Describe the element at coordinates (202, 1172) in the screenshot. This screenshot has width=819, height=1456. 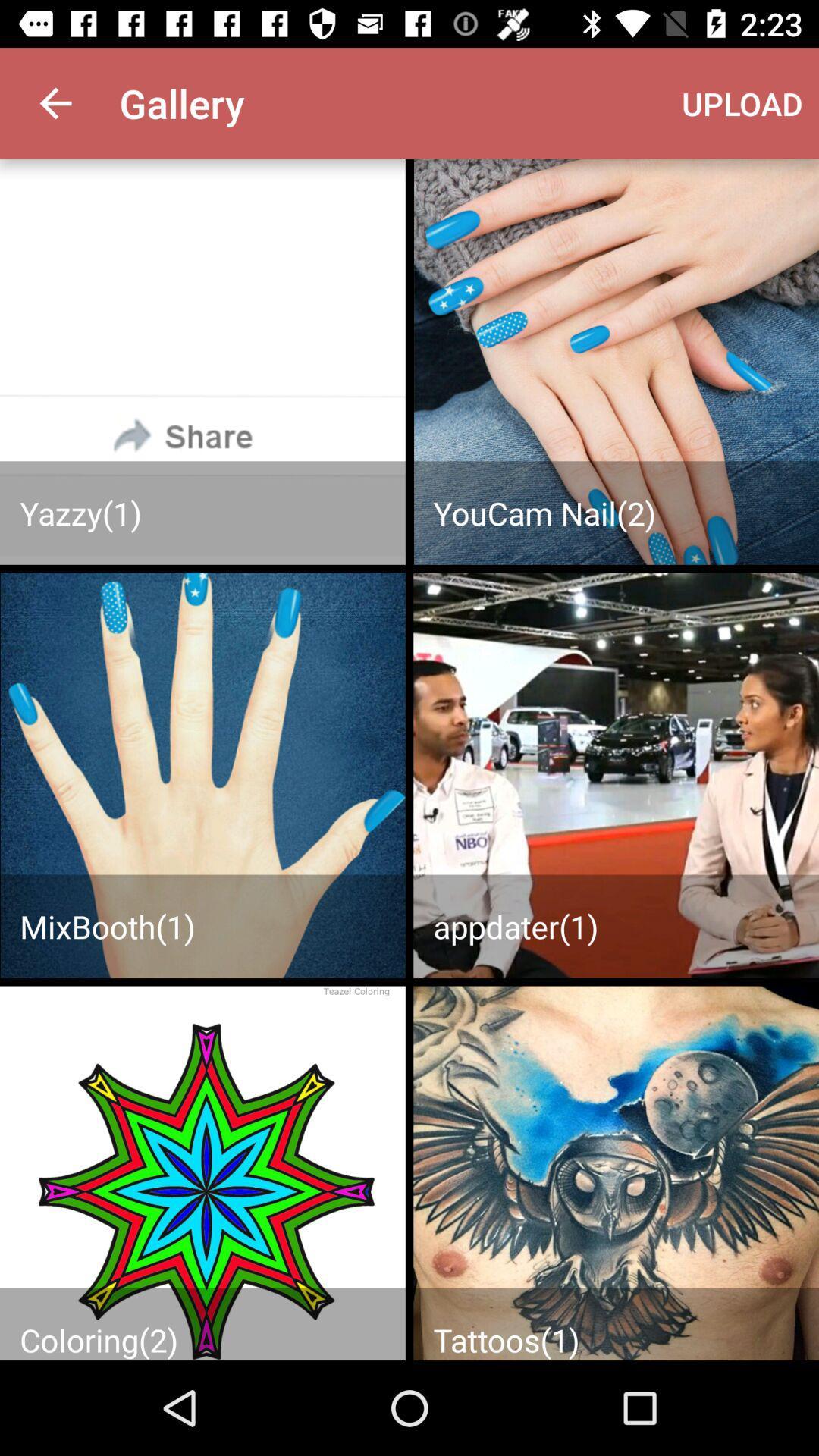
I see `previous` at that location.